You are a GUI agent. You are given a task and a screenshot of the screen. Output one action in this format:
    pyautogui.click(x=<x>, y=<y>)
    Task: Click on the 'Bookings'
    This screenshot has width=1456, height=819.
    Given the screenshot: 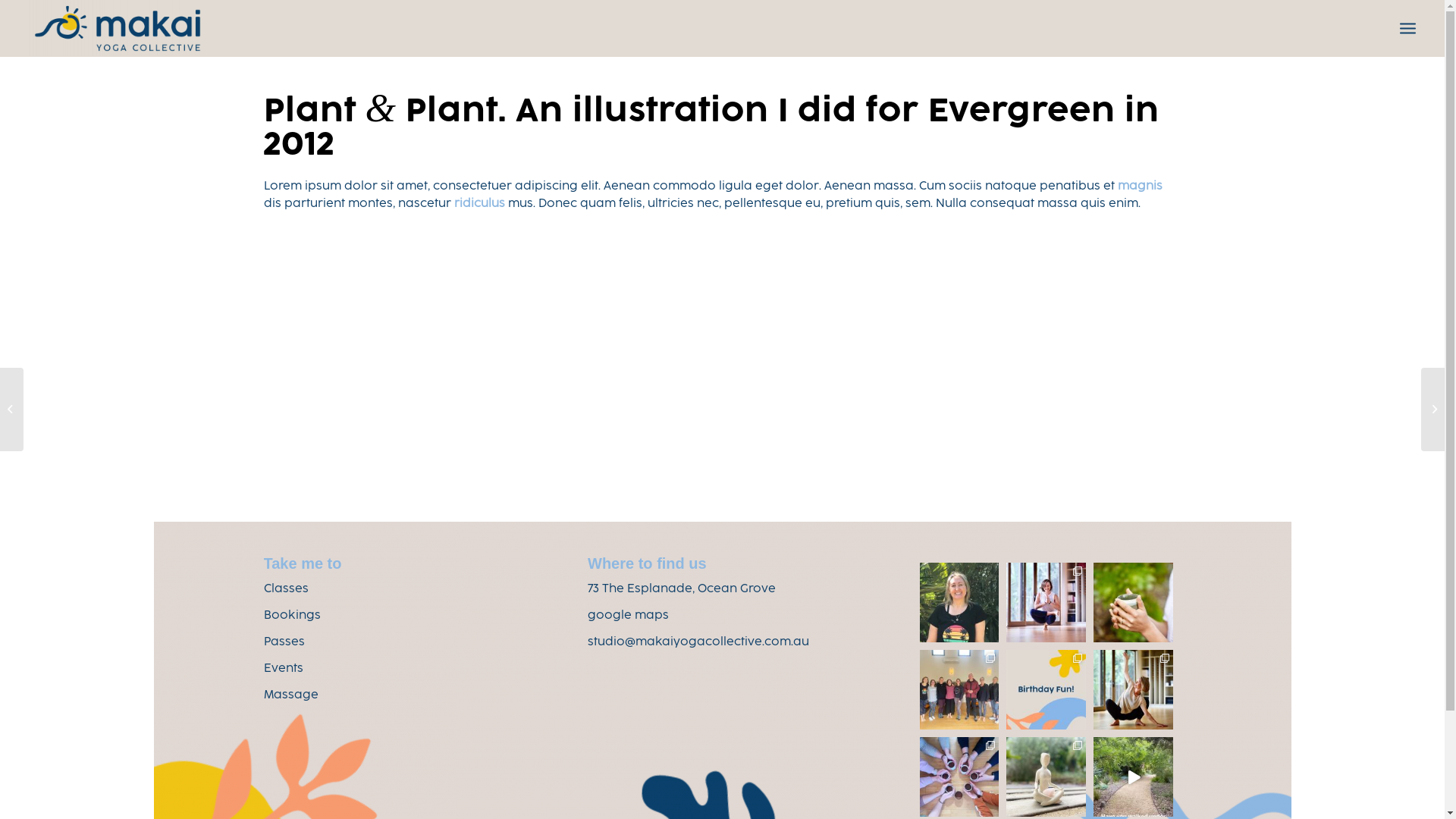 What is the action you would take?
    pyautogui.click(x=292, y=616)
    